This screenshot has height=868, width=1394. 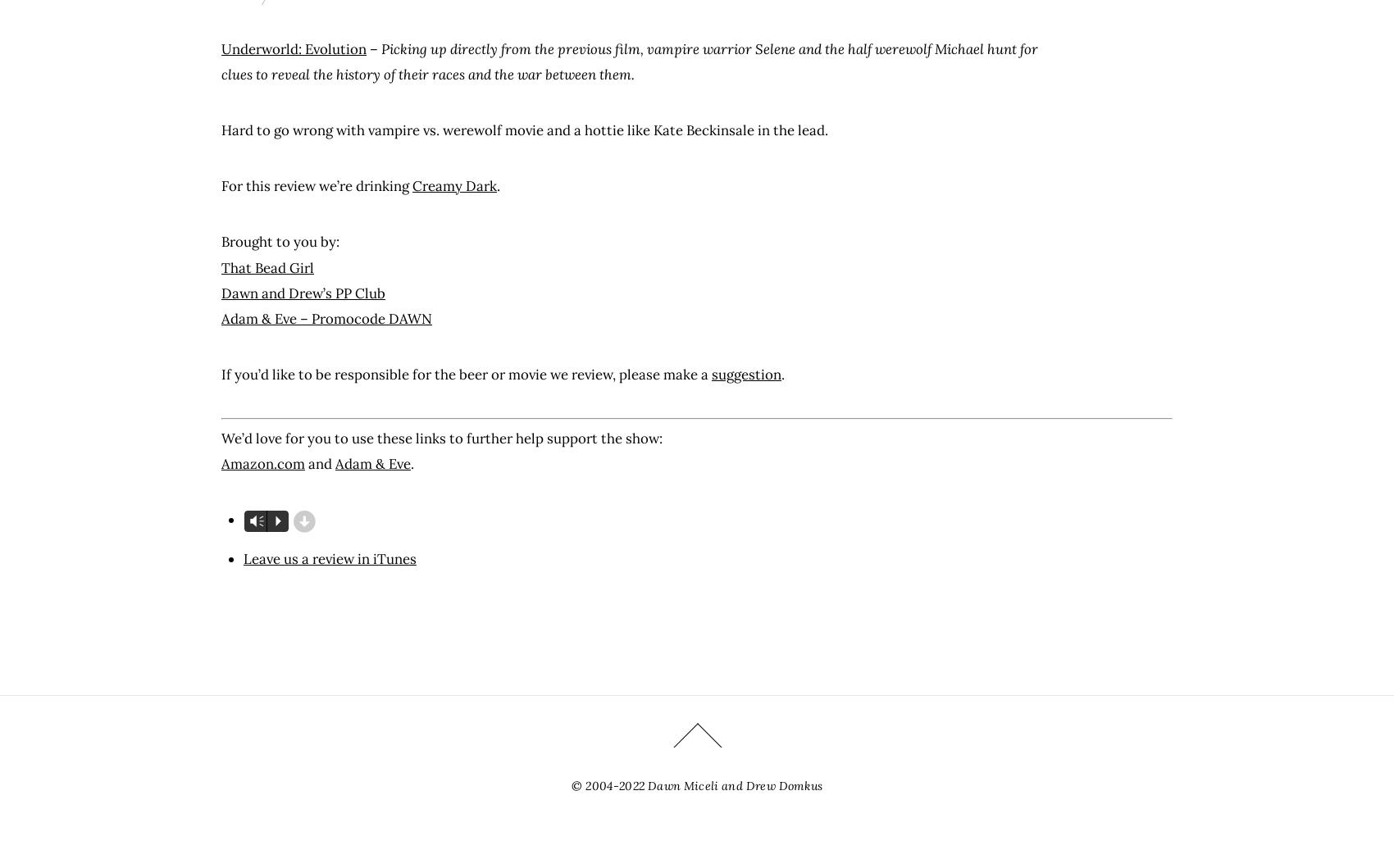 What do you see at coordinates (465, 374) in the screenshot?
I see `'If you’d like to be responsible for the beer or movie we review, please make a'` at bounding box center [465, 374].